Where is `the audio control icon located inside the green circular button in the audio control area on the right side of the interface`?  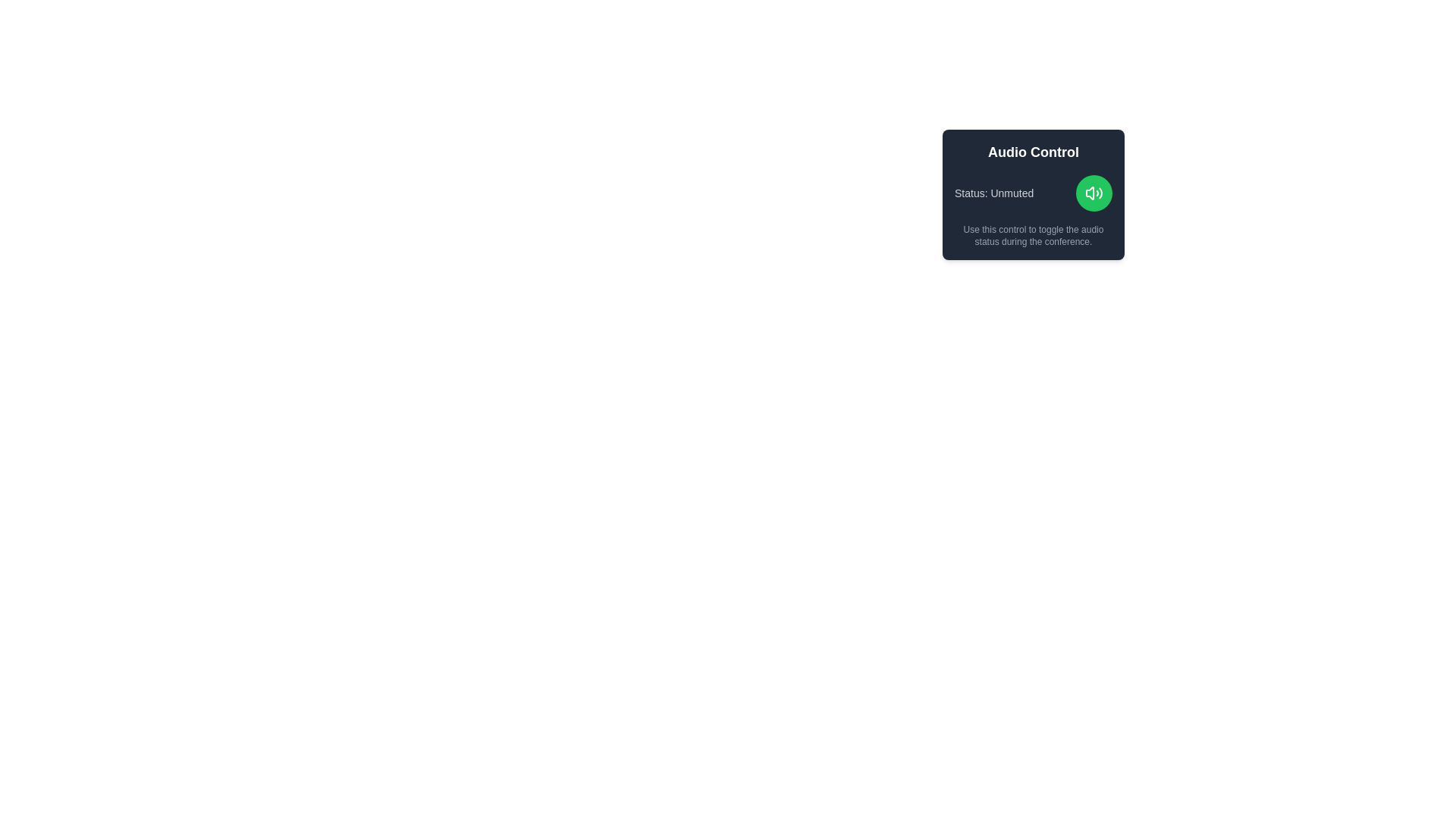 the audio control icon located inside the green circular button in the audio control area on the right side of the interface is located at coordinates (1094, 192).